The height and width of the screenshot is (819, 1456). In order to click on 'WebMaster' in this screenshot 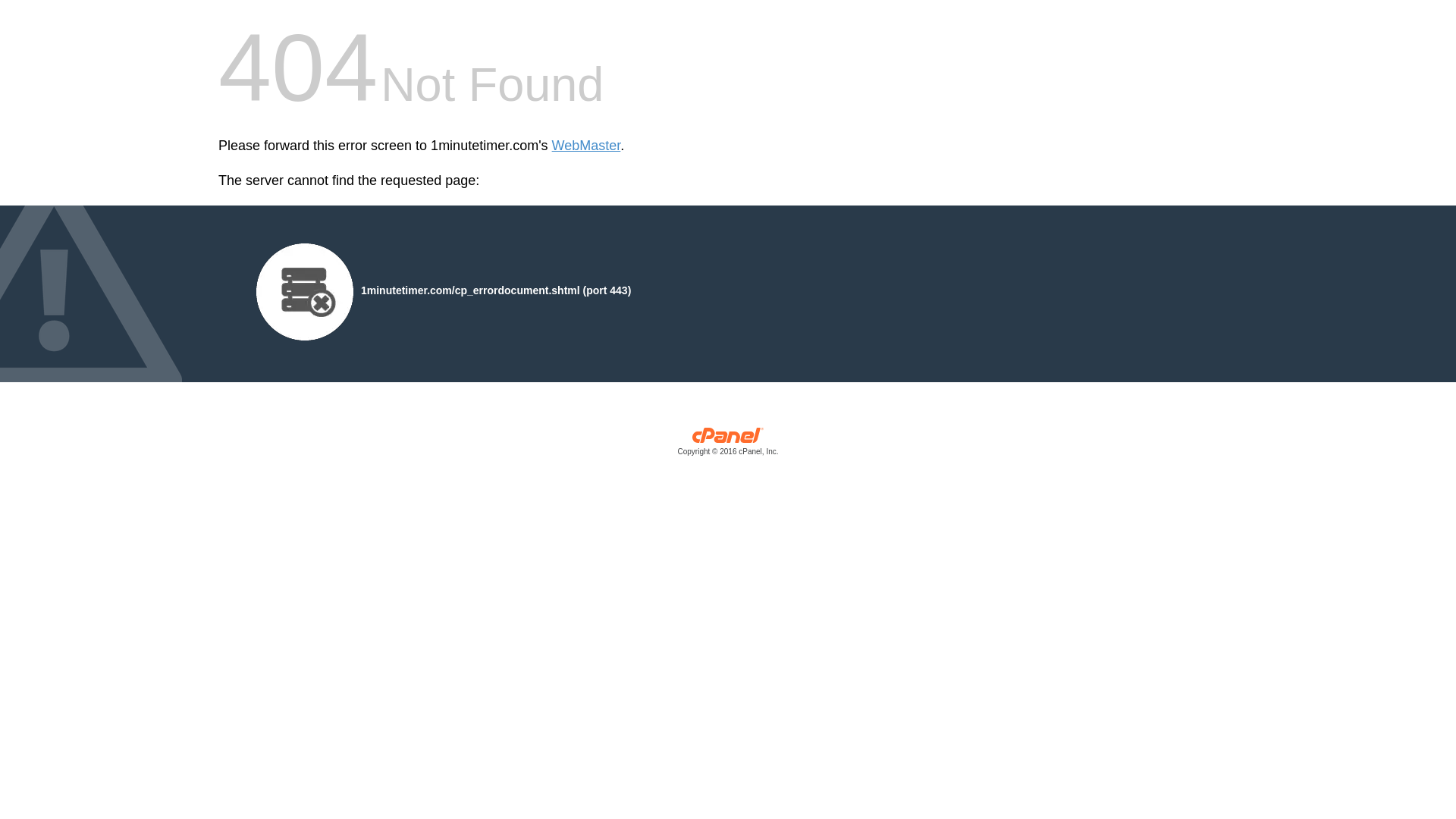, I will do `click(585, 146)`.